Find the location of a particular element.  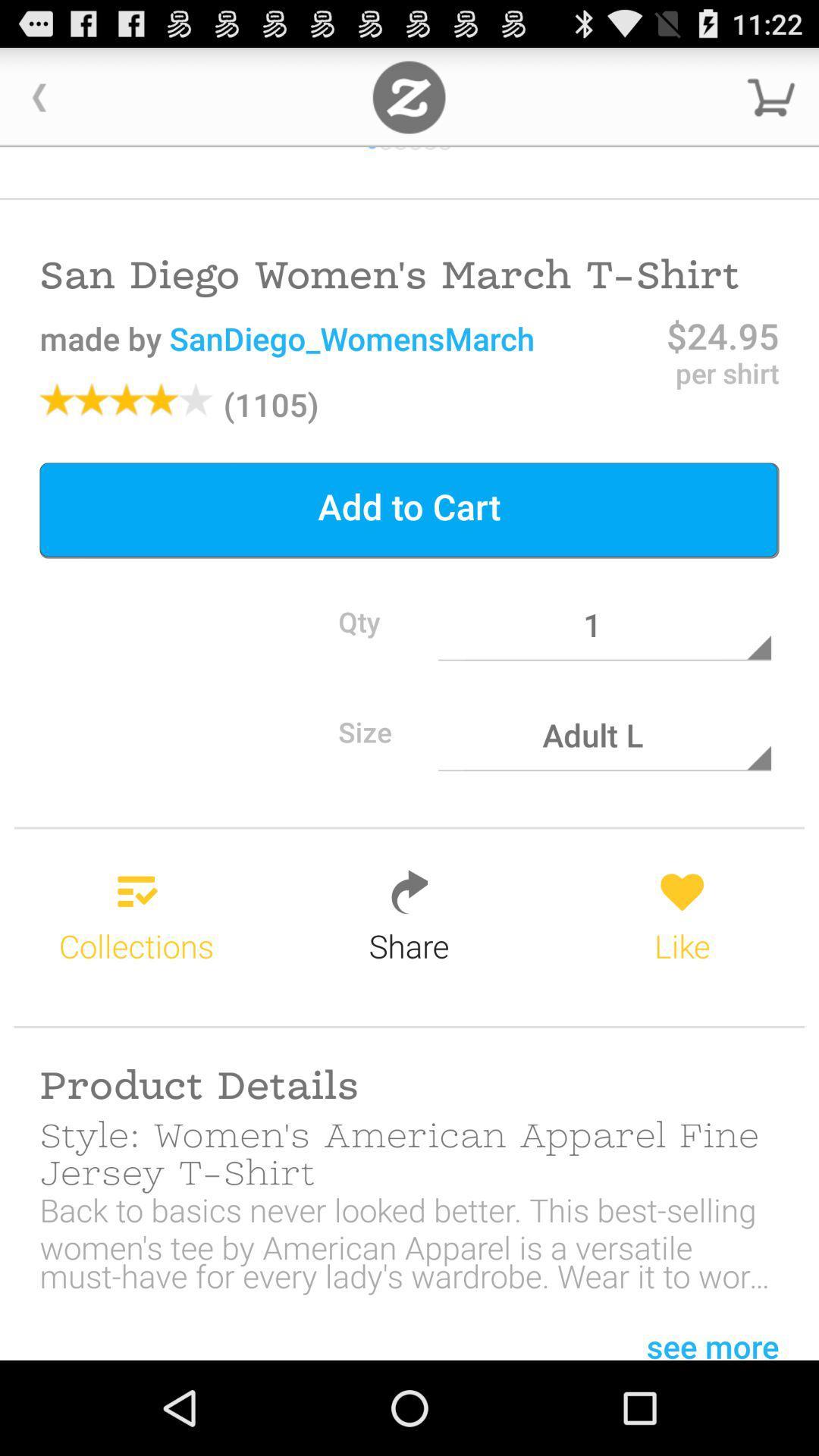

main website page is located at coordinates (408, 96).